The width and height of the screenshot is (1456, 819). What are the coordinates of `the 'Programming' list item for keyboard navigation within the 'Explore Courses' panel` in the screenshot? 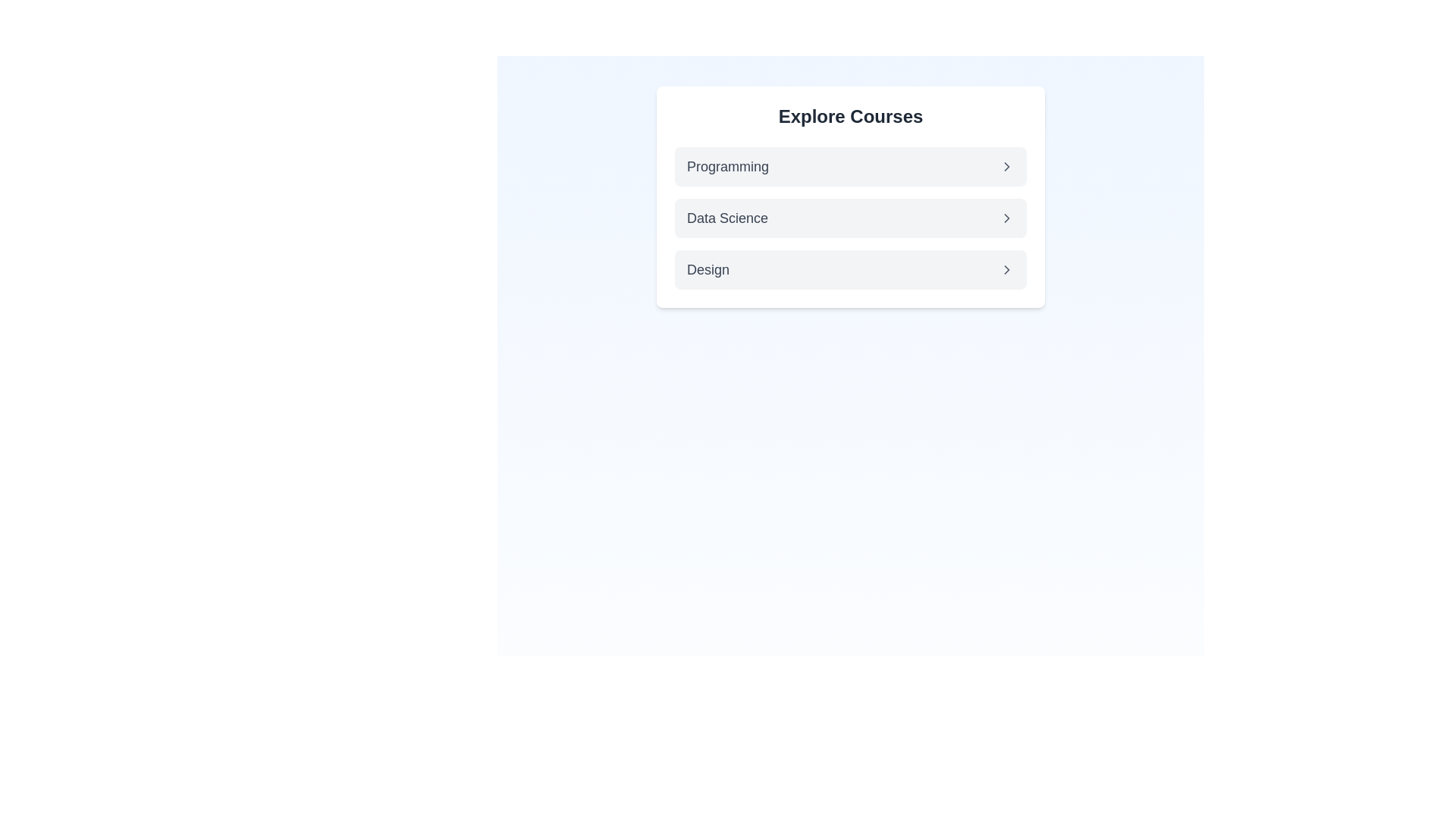 It's located at (851, 166).